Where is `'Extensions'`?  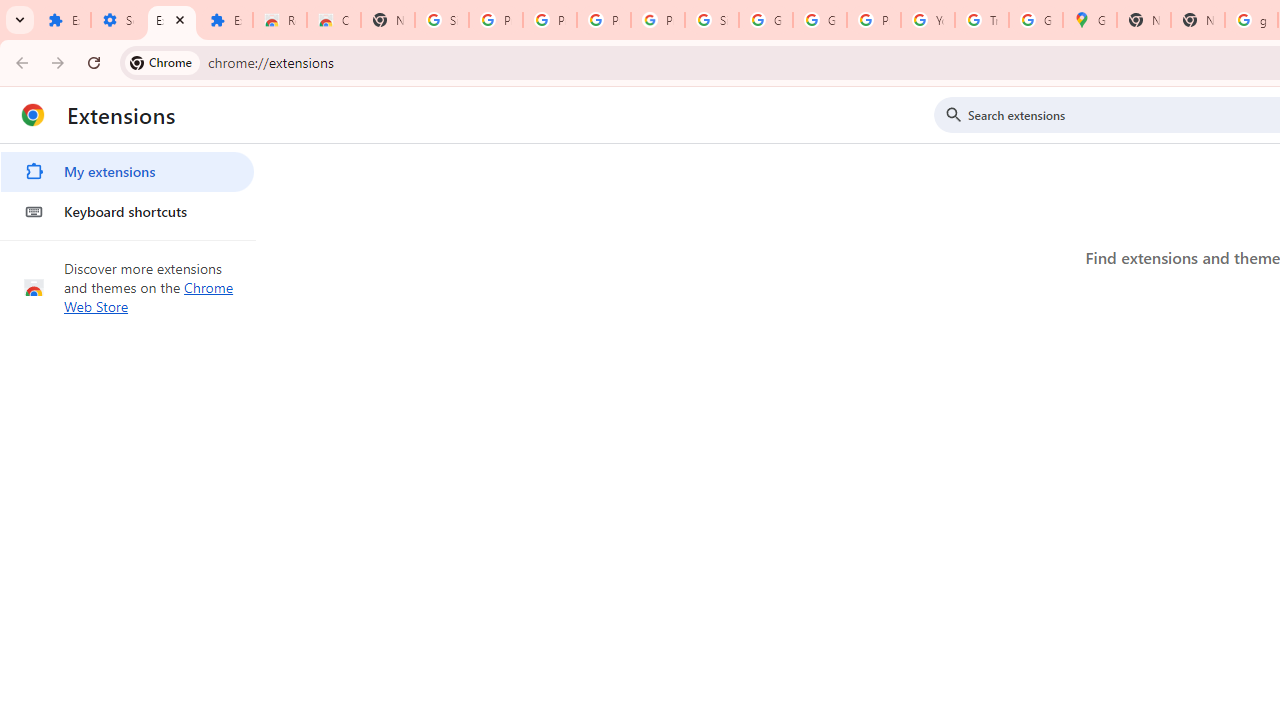
'Extensions' is located at coordinates (171, 20).